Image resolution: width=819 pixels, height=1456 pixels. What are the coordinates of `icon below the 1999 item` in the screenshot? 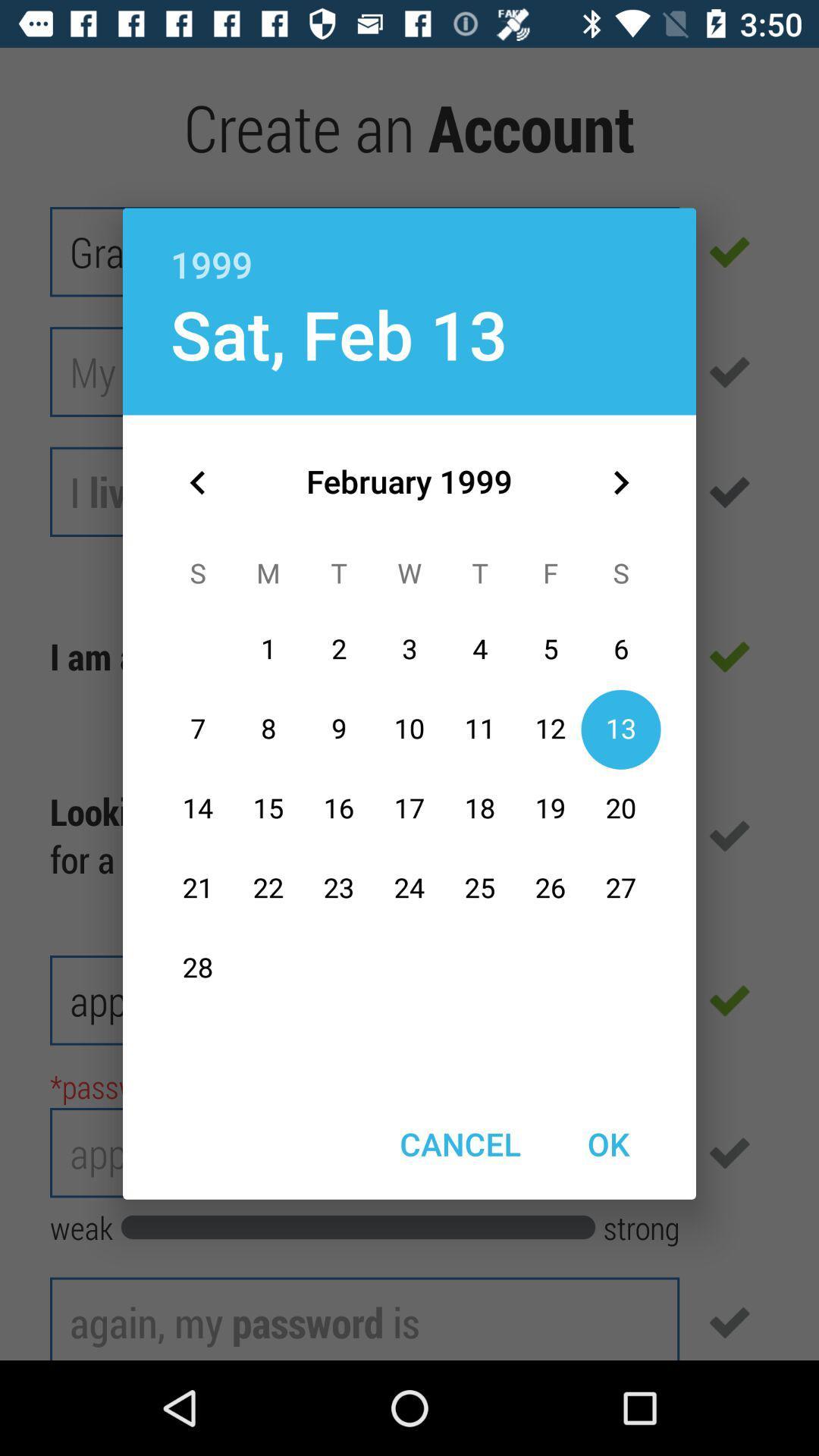 It's located at (338, 333).